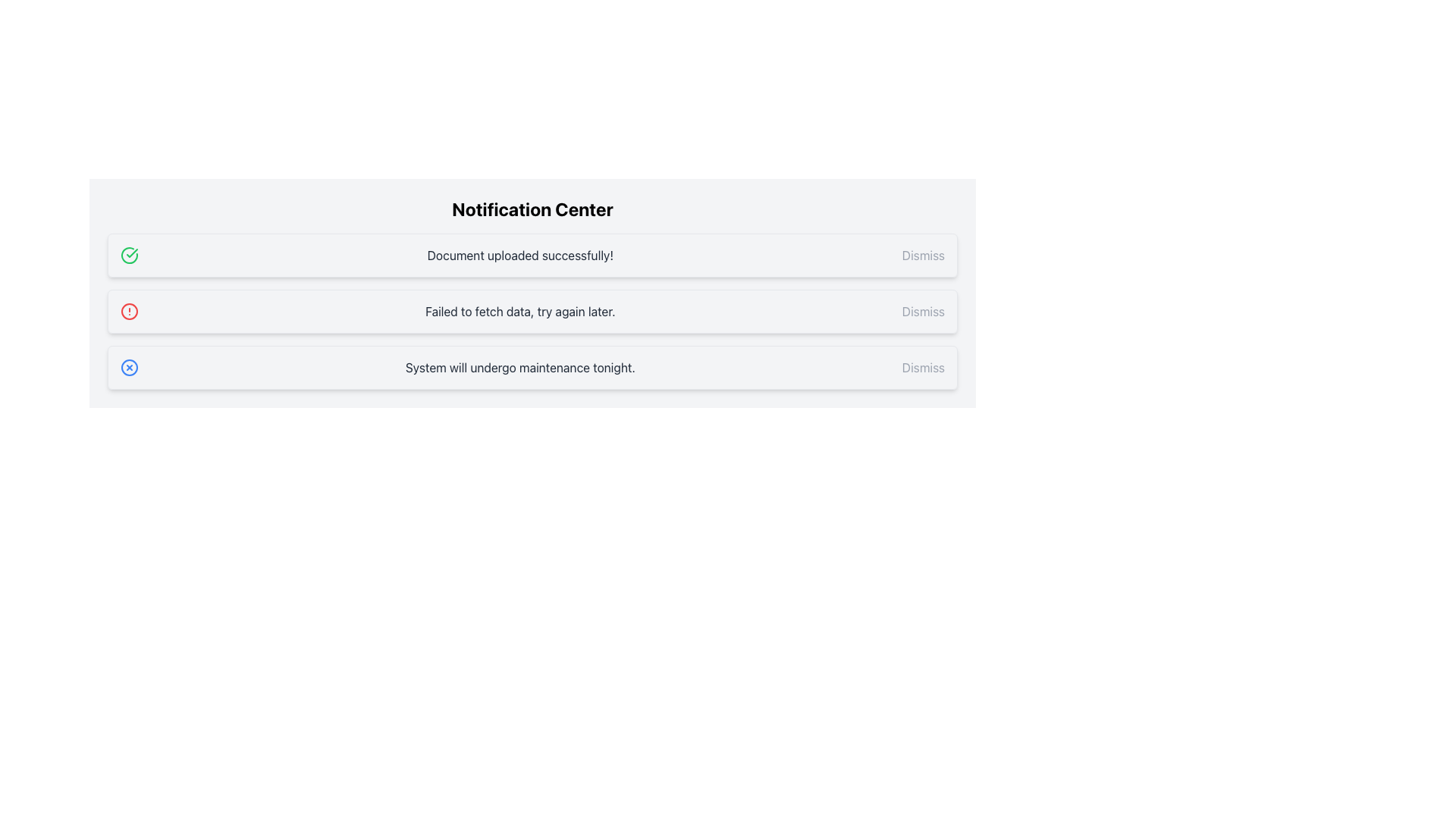  I want to click on the Text Label that communicates a specific notification about system maintenance, located between a blue icon on the left and a 'Dismiss' button on the right in the Notification Center, so click(520, 368).